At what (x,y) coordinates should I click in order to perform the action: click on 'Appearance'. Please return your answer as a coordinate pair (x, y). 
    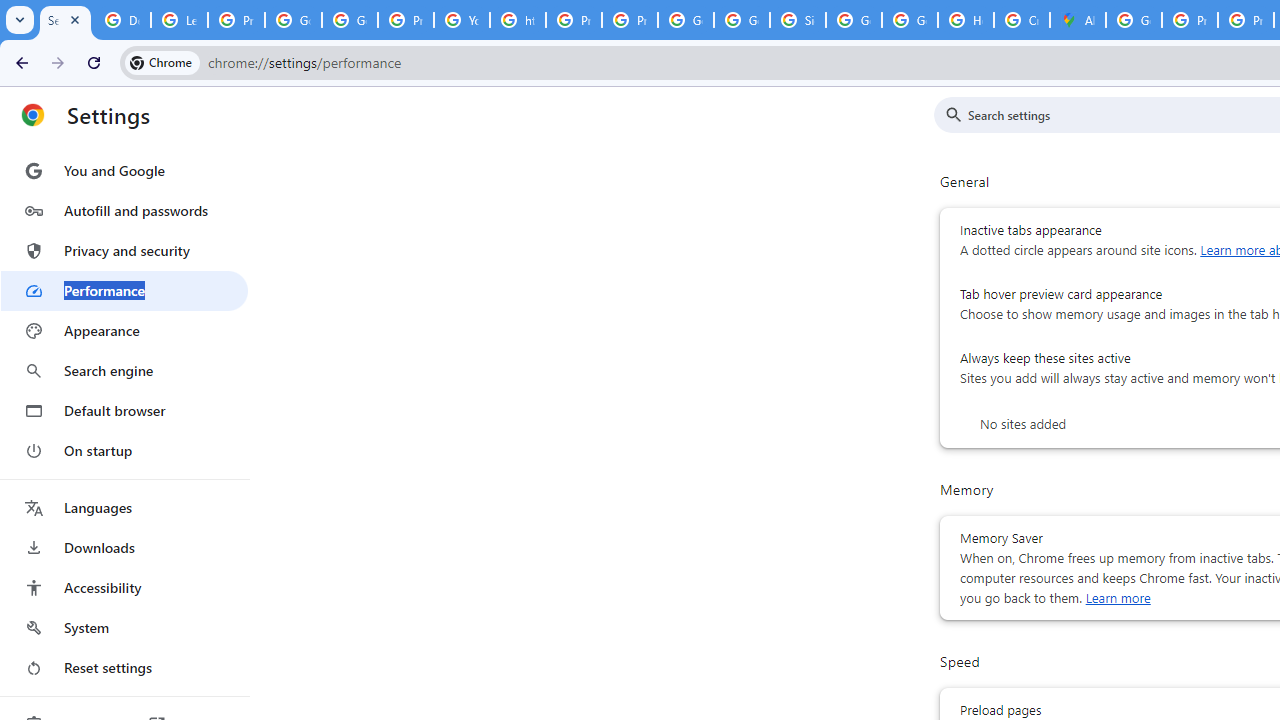
    Looking at the image, I should click on (123, 330).